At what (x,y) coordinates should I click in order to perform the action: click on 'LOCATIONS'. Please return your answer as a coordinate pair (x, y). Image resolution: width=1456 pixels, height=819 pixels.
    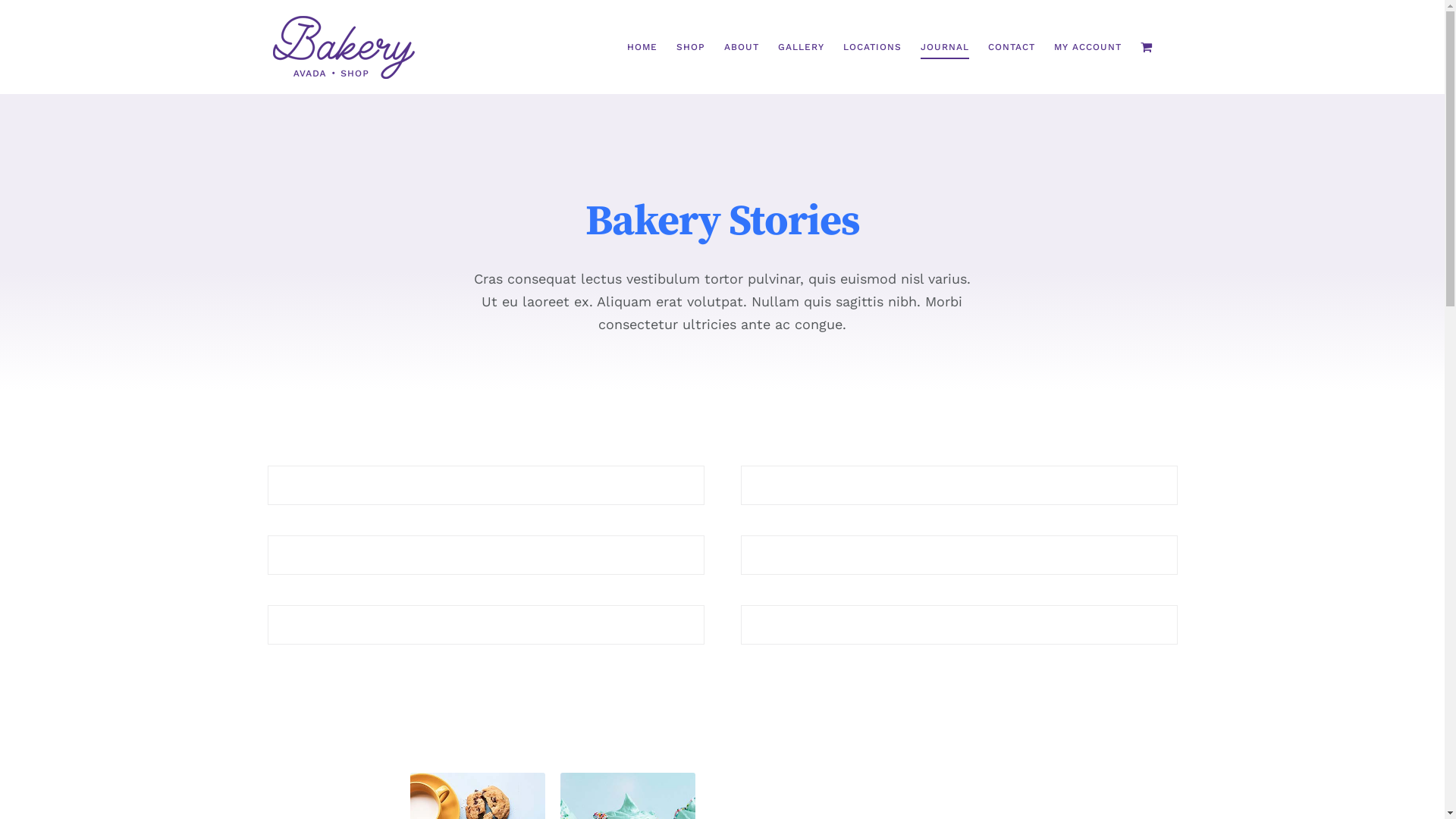
    Looking at the image, I should click on (872, 45).